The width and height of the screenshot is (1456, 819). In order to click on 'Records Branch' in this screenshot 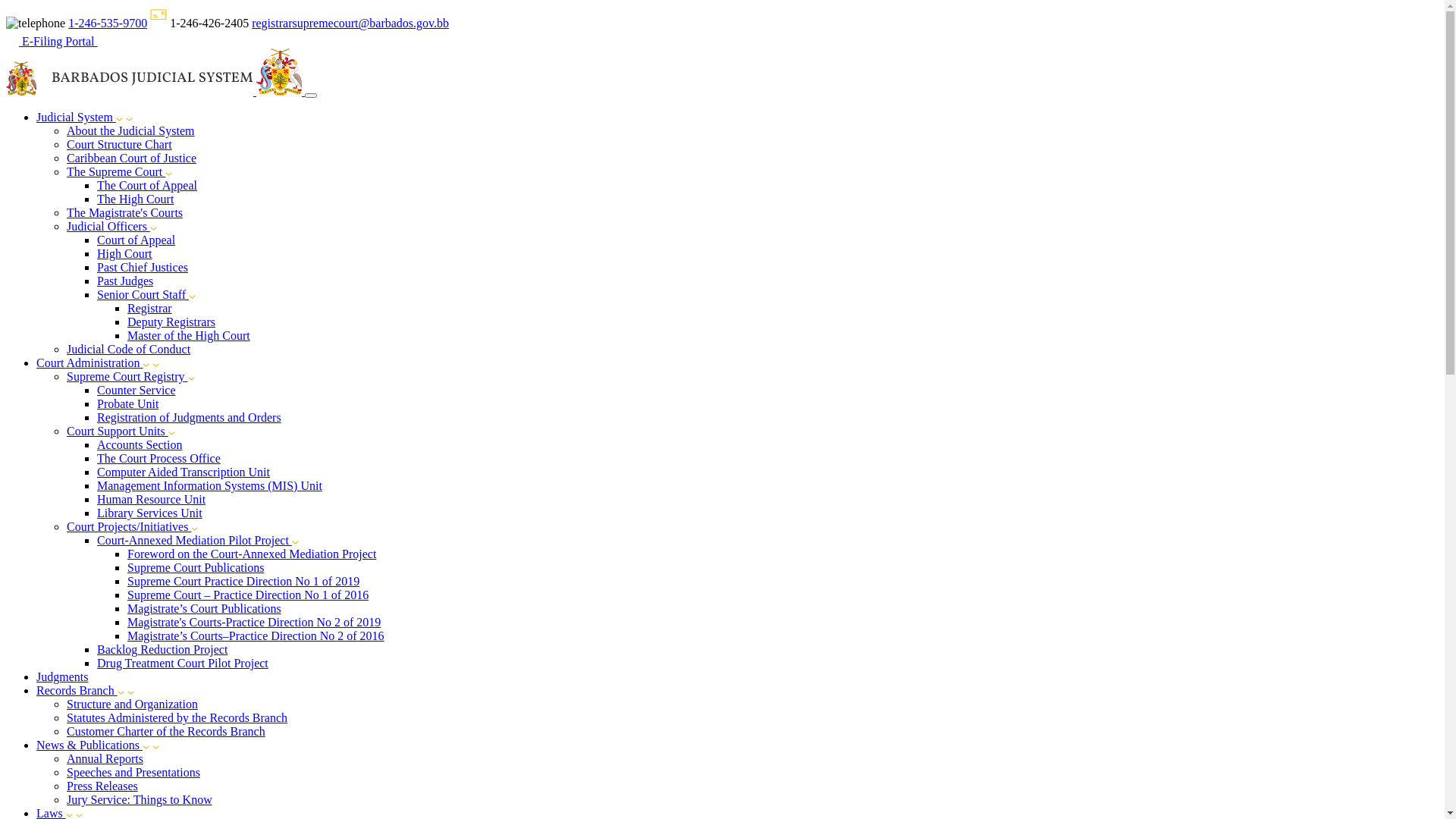, I will do `click(36, 690)`.